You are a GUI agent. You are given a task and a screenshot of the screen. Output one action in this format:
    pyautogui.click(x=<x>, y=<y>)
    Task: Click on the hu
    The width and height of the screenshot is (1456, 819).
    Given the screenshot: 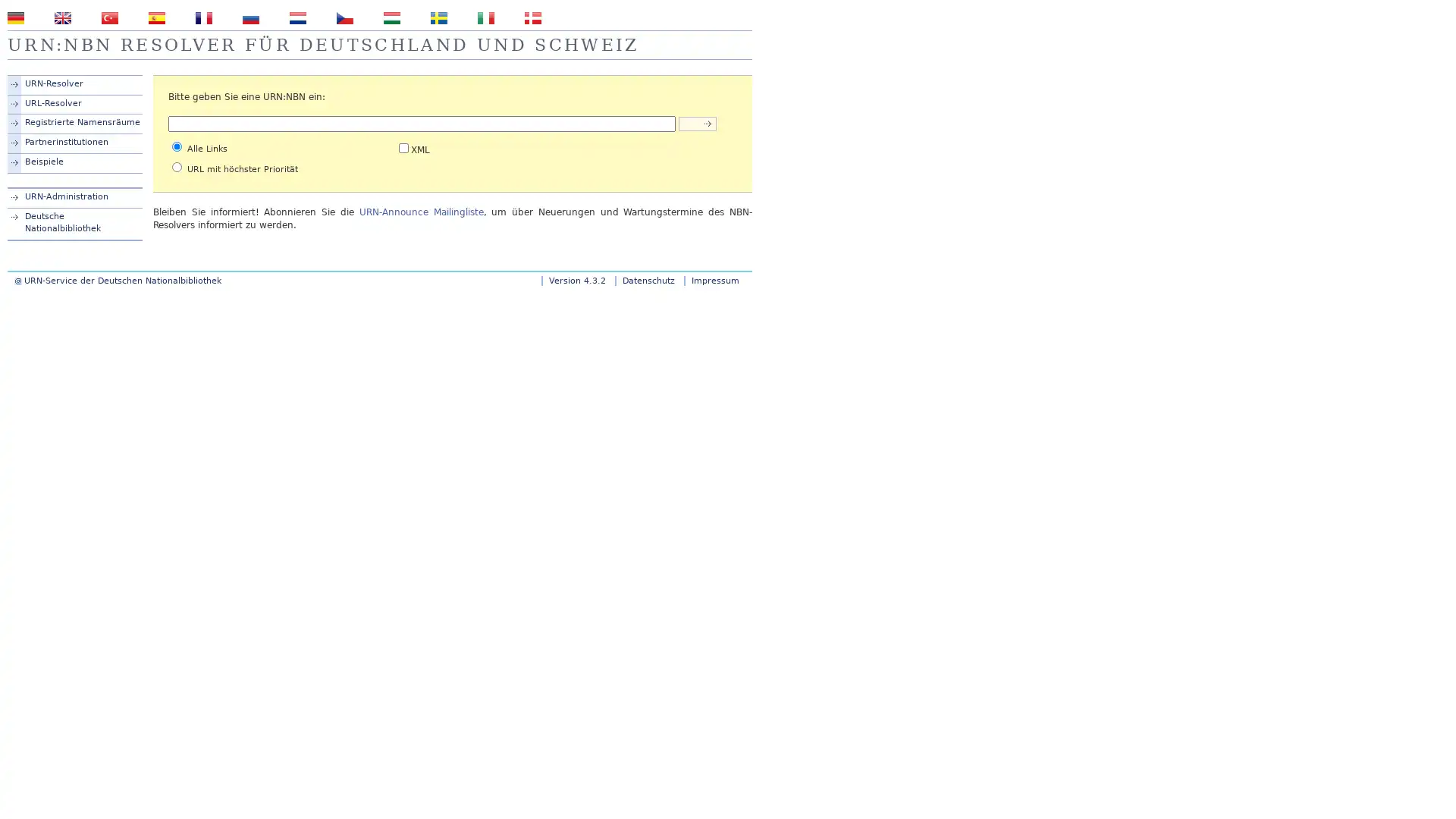 What is the action you would take?
    pyautogui.click(x=392, y=17)
    